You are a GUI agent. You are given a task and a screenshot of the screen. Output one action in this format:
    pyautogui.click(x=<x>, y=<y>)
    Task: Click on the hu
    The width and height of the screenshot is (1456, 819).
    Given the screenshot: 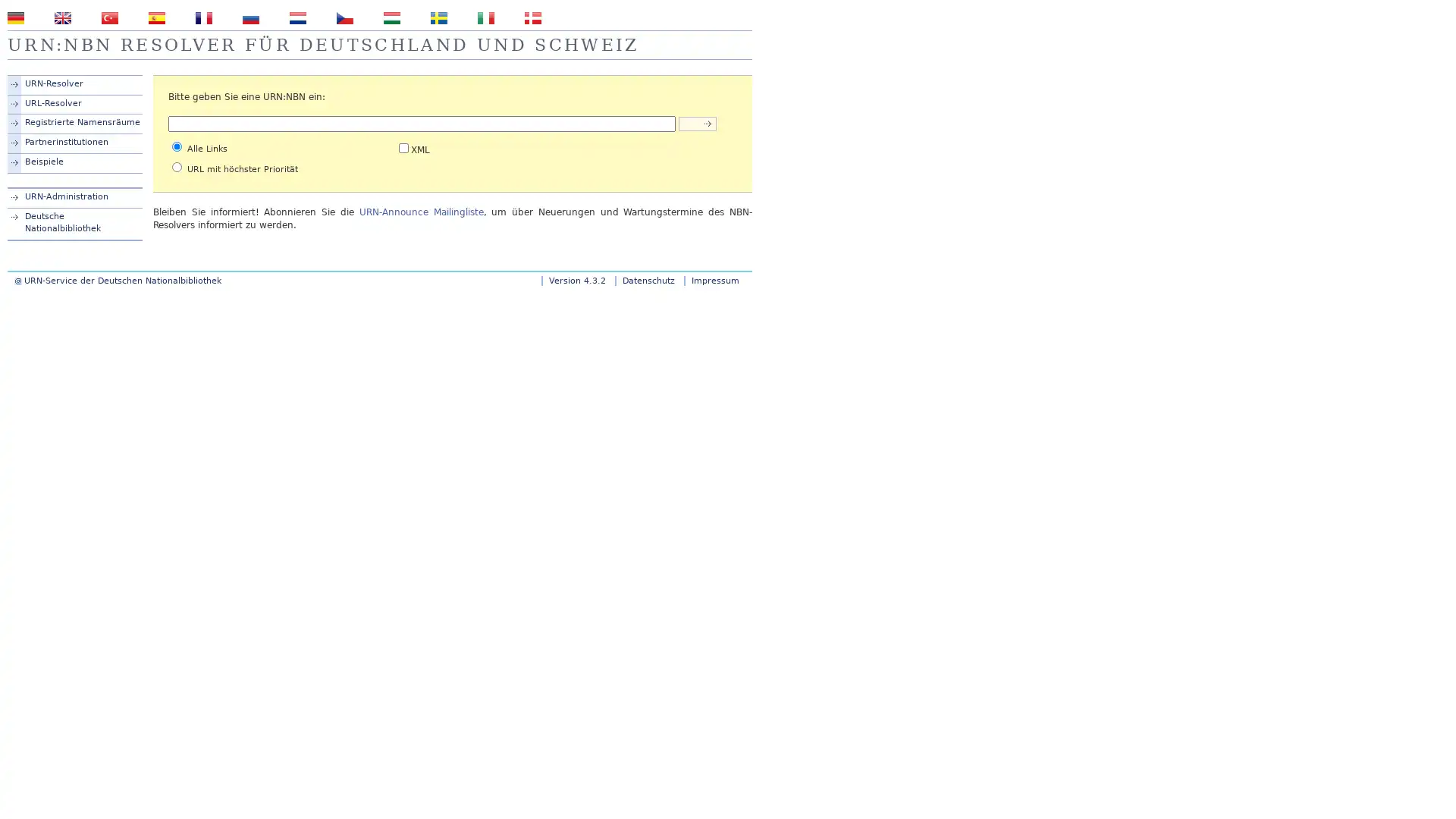 What is the action you would take?
    pyautogui.click(x=392, y=17)
    